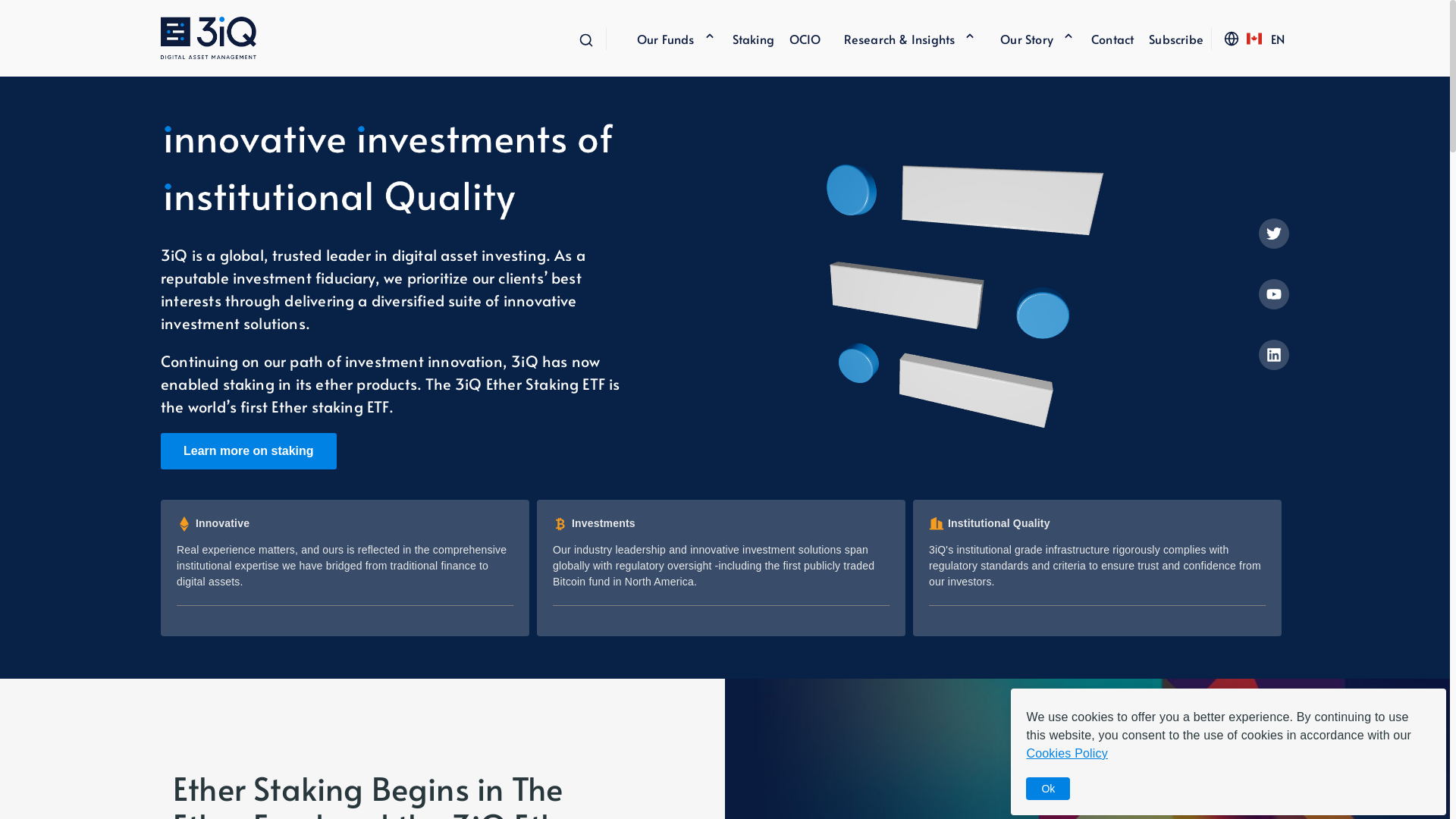  I want to click on 'Contact', so click(1105, 37).